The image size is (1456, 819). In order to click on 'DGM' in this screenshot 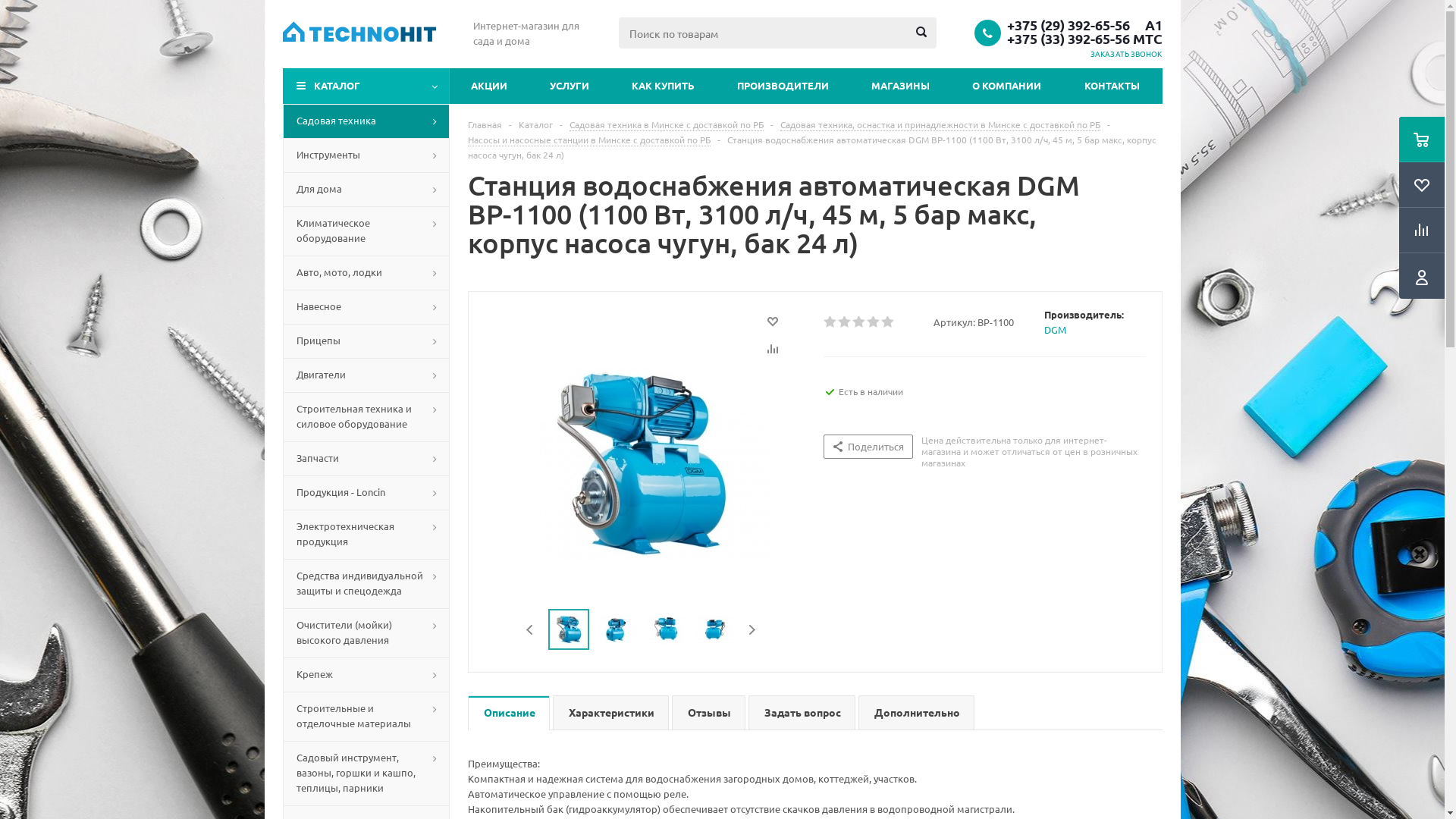, I will do `click(1054, 328)`.